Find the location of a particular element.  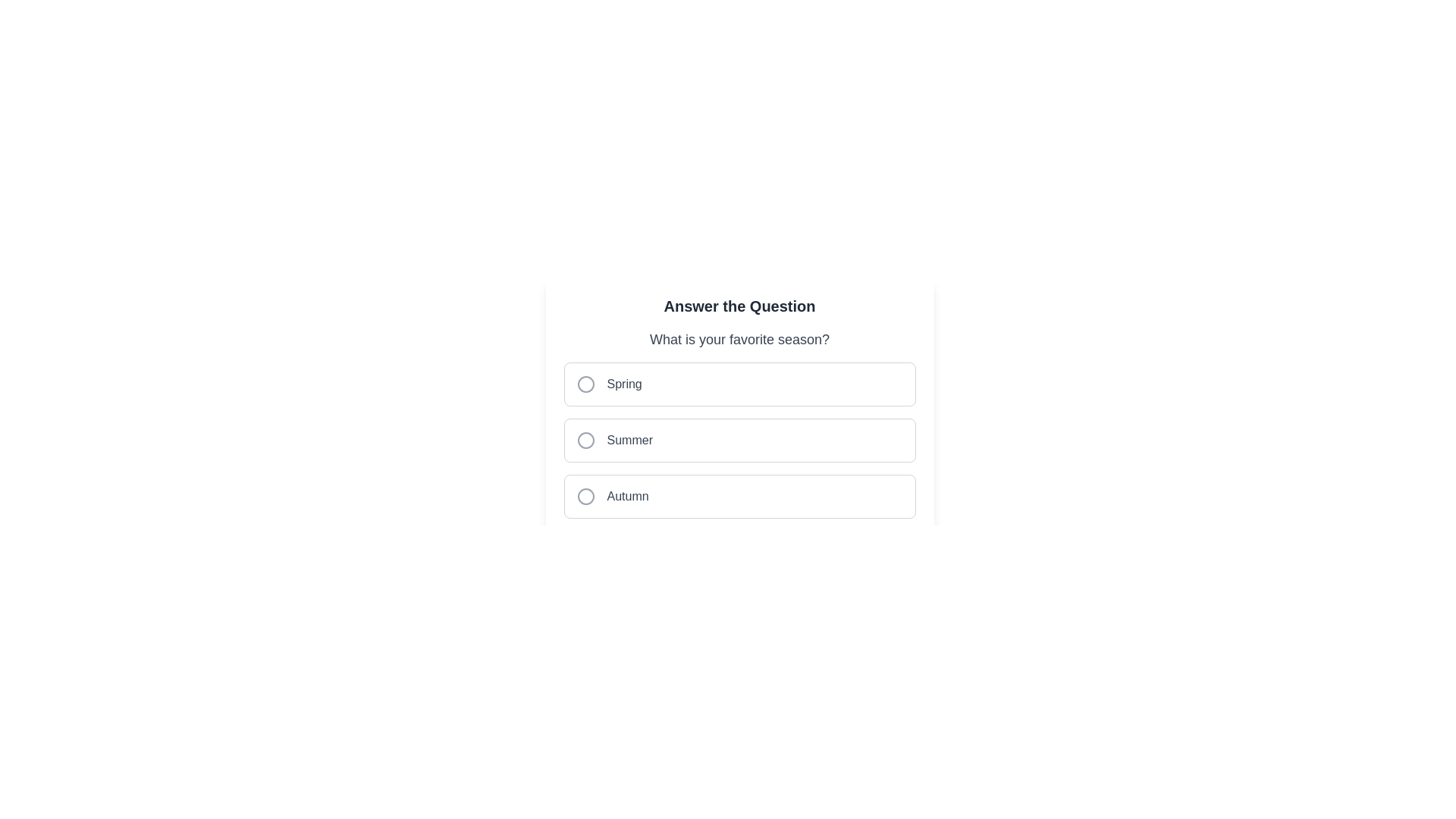

the 'Autumn' radio button option is located at coordinates (739, 497).